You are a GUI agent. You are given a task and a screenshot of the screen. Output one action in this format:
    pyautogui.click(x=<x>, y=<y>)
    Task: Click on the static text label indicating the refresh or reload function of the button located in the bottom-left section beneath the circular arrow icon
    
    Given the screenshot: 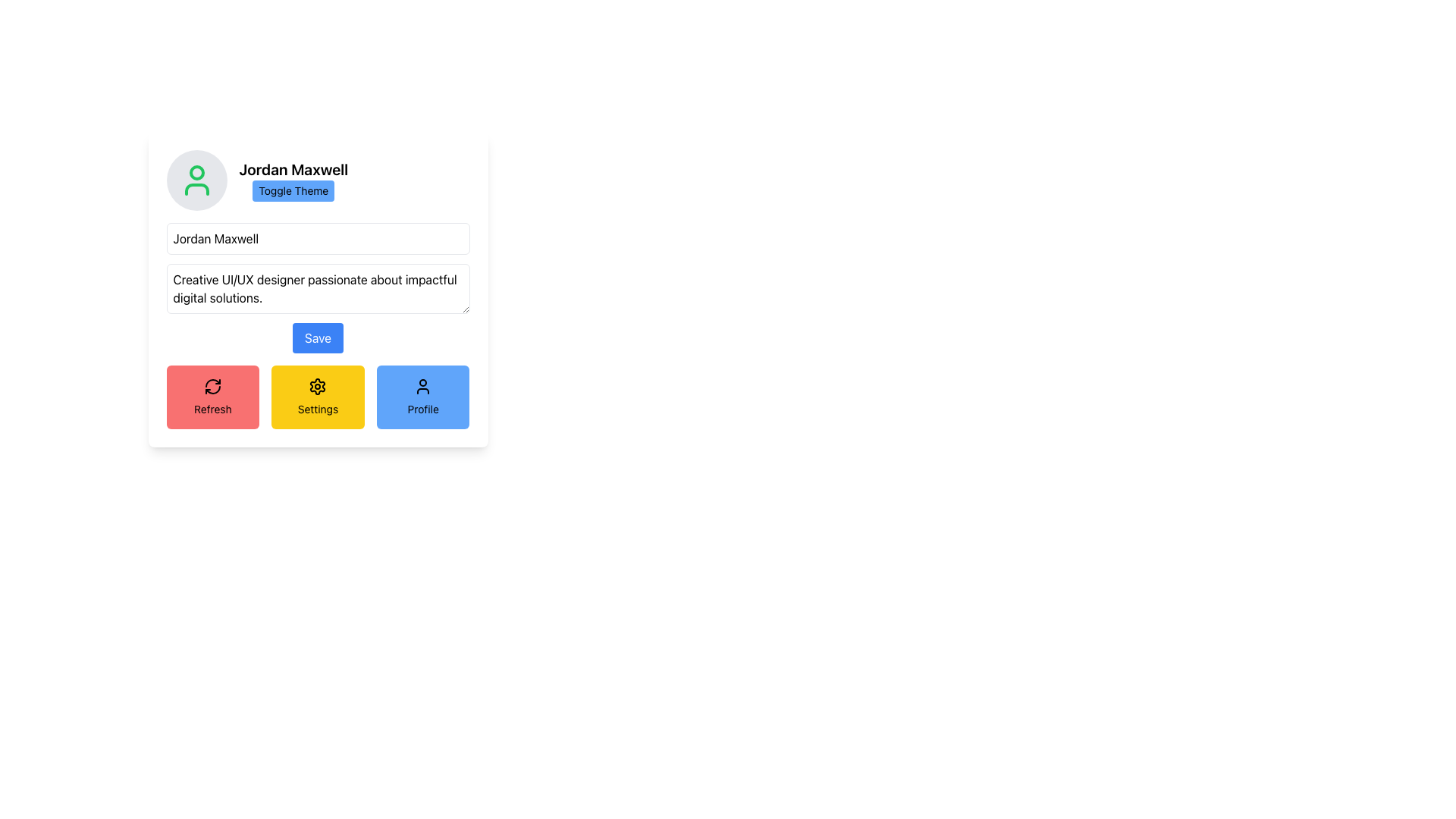 What is the action you would take?
    pyautogui.click(x=212, y=409)
    